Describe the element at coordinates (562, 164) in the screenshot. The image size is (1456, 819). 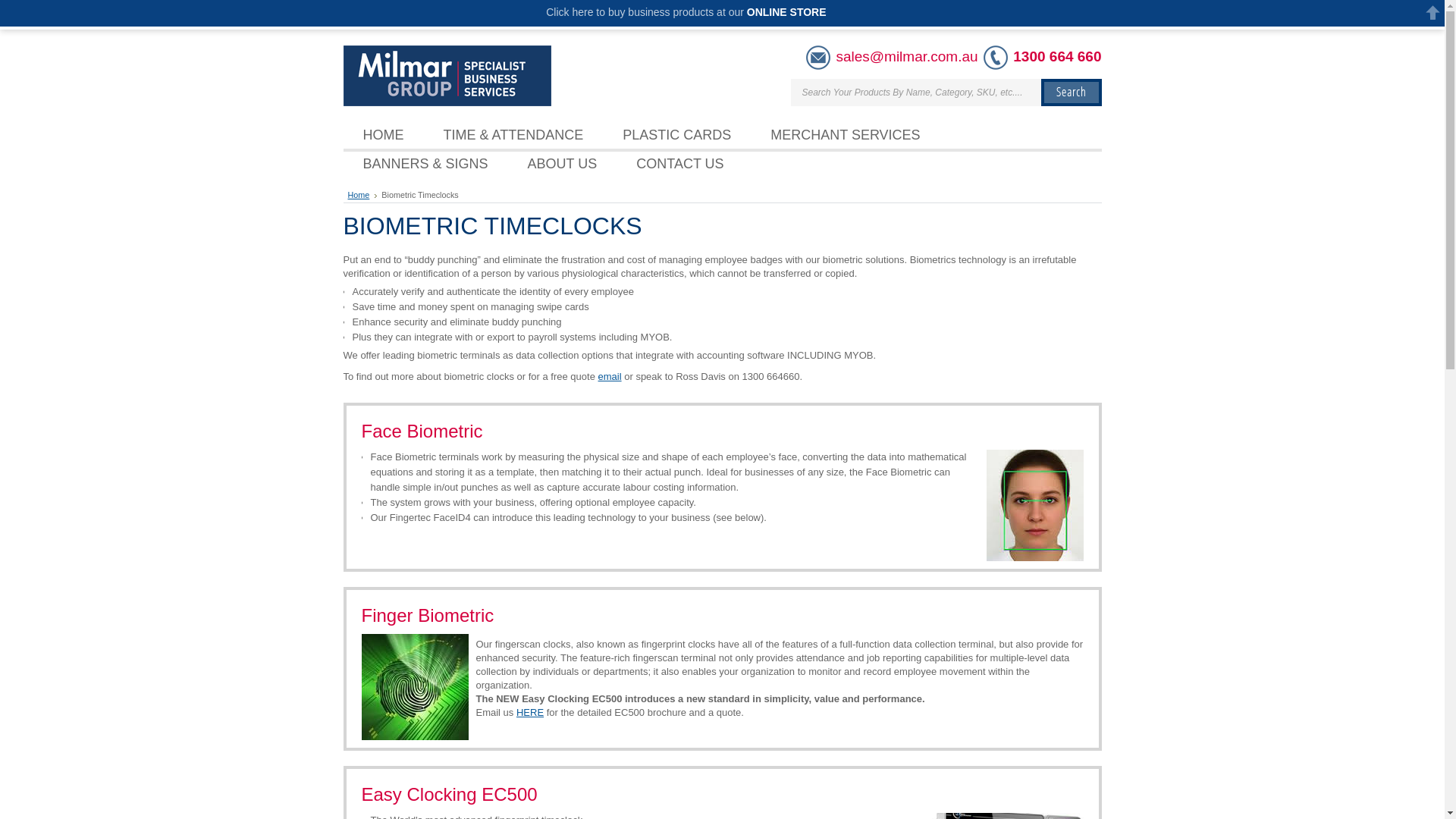
I see `'ABOUT US'` at that location.